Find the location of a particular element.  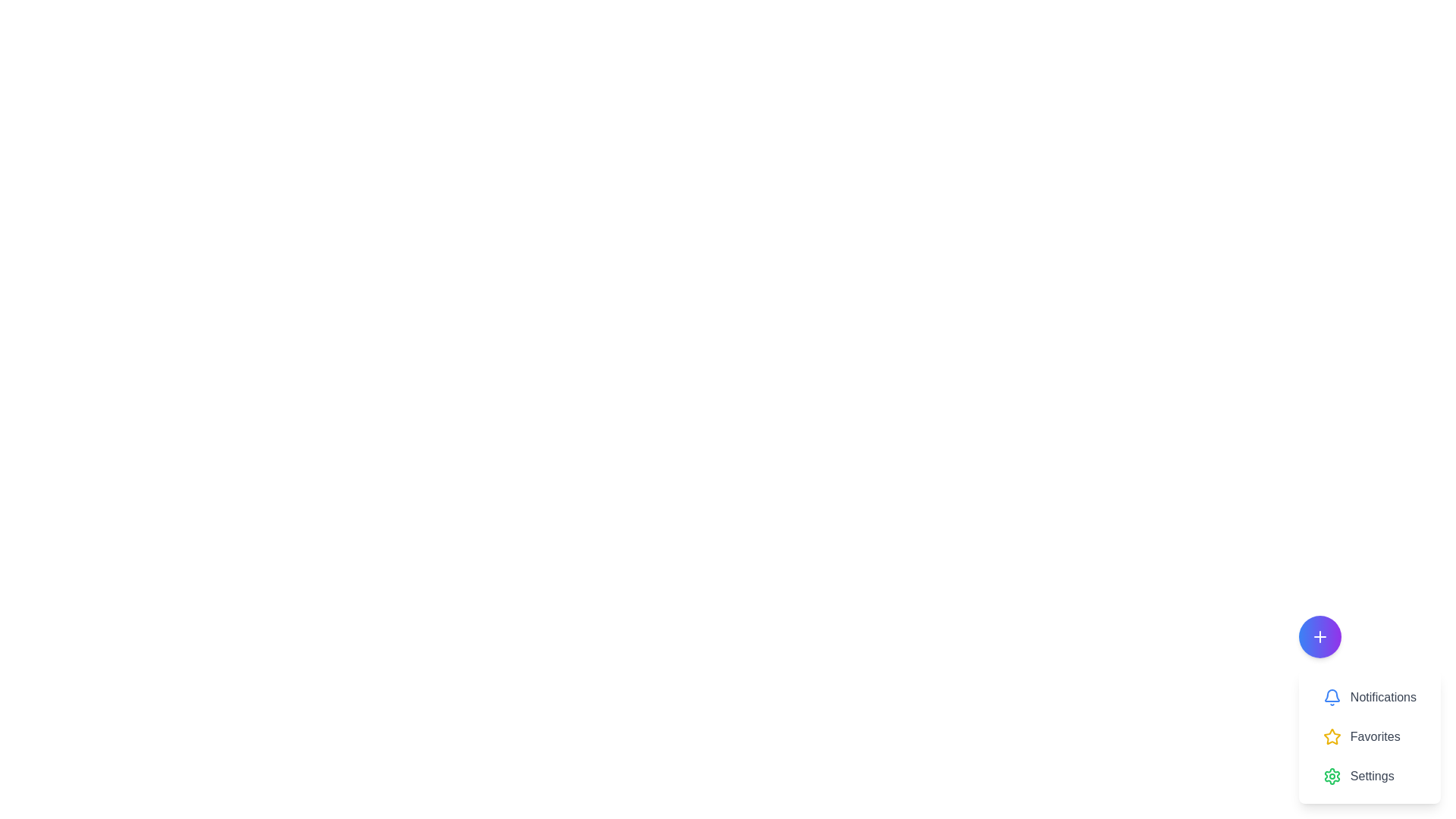

the 'Favorites' menu item located in the bottom right corner of the application interface is located at coordinates (1370, 736).